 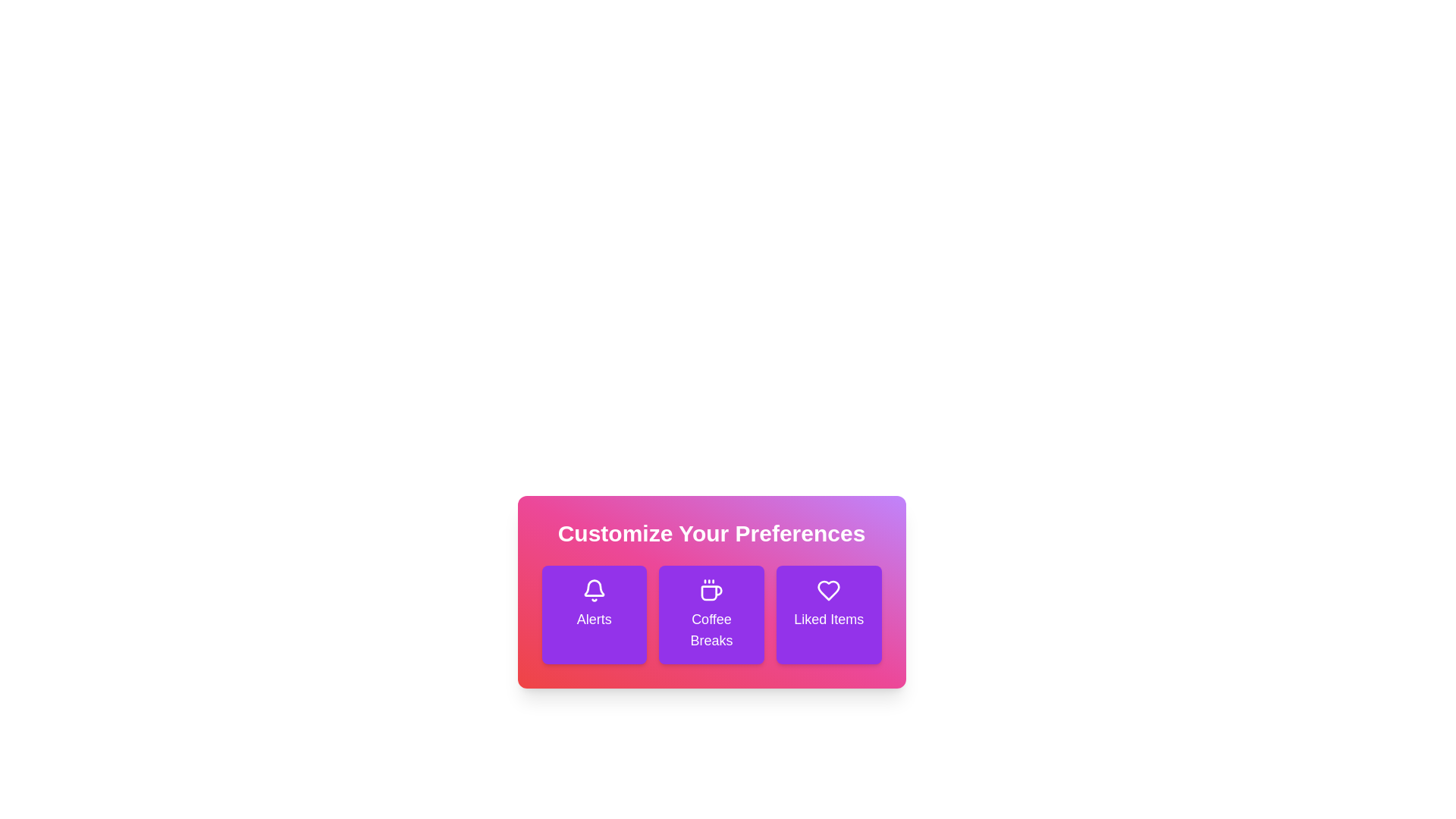 I want to click on the 'Coffee Breaks' button, which has a purple background and is the second button in a grid layout titled 'Customize Your Preferences', so click(x=711, y=614).